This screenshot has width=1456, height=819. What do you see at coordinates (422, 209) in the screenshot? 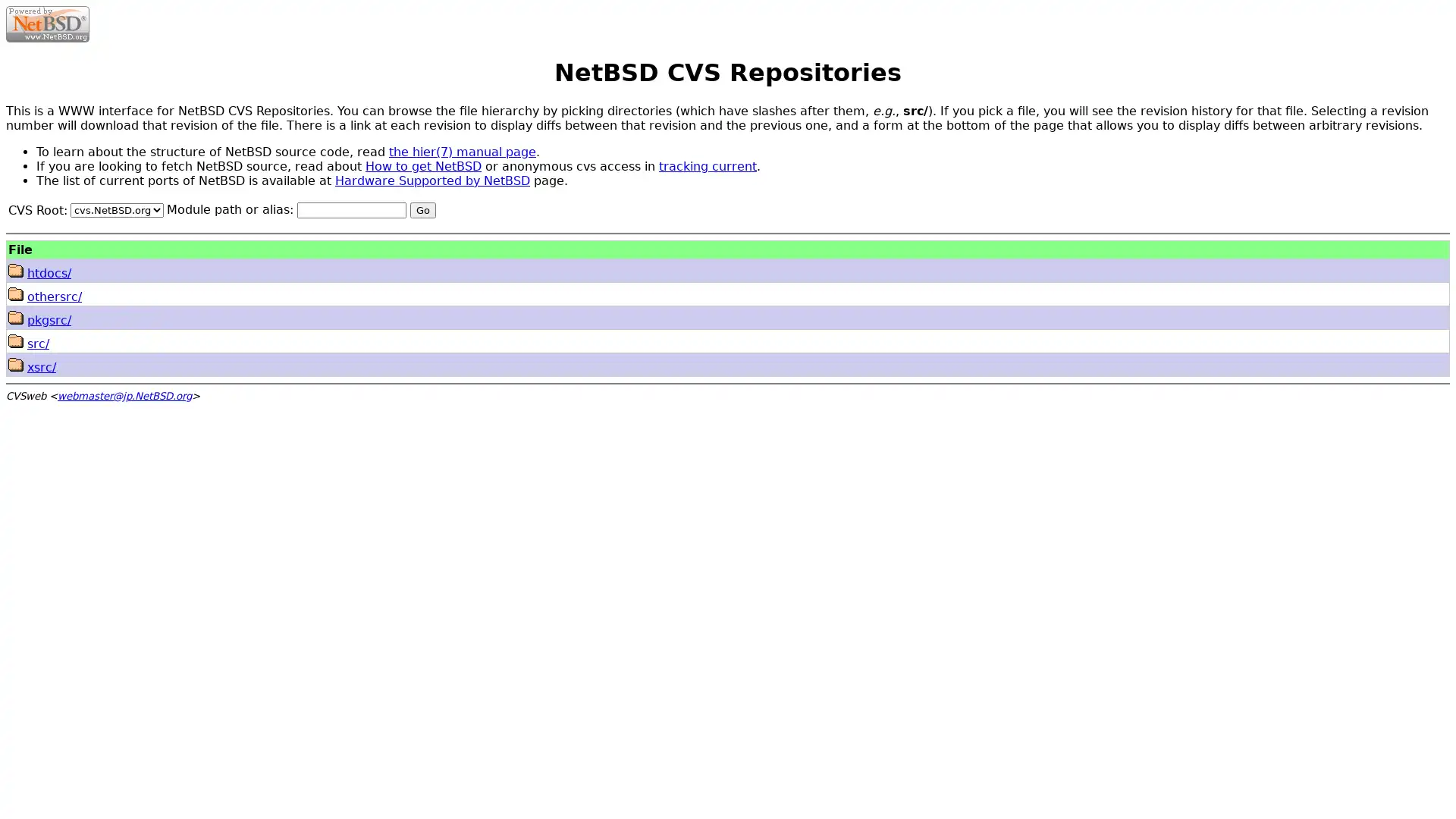
I see `Go` at bounding box center [422, 209].